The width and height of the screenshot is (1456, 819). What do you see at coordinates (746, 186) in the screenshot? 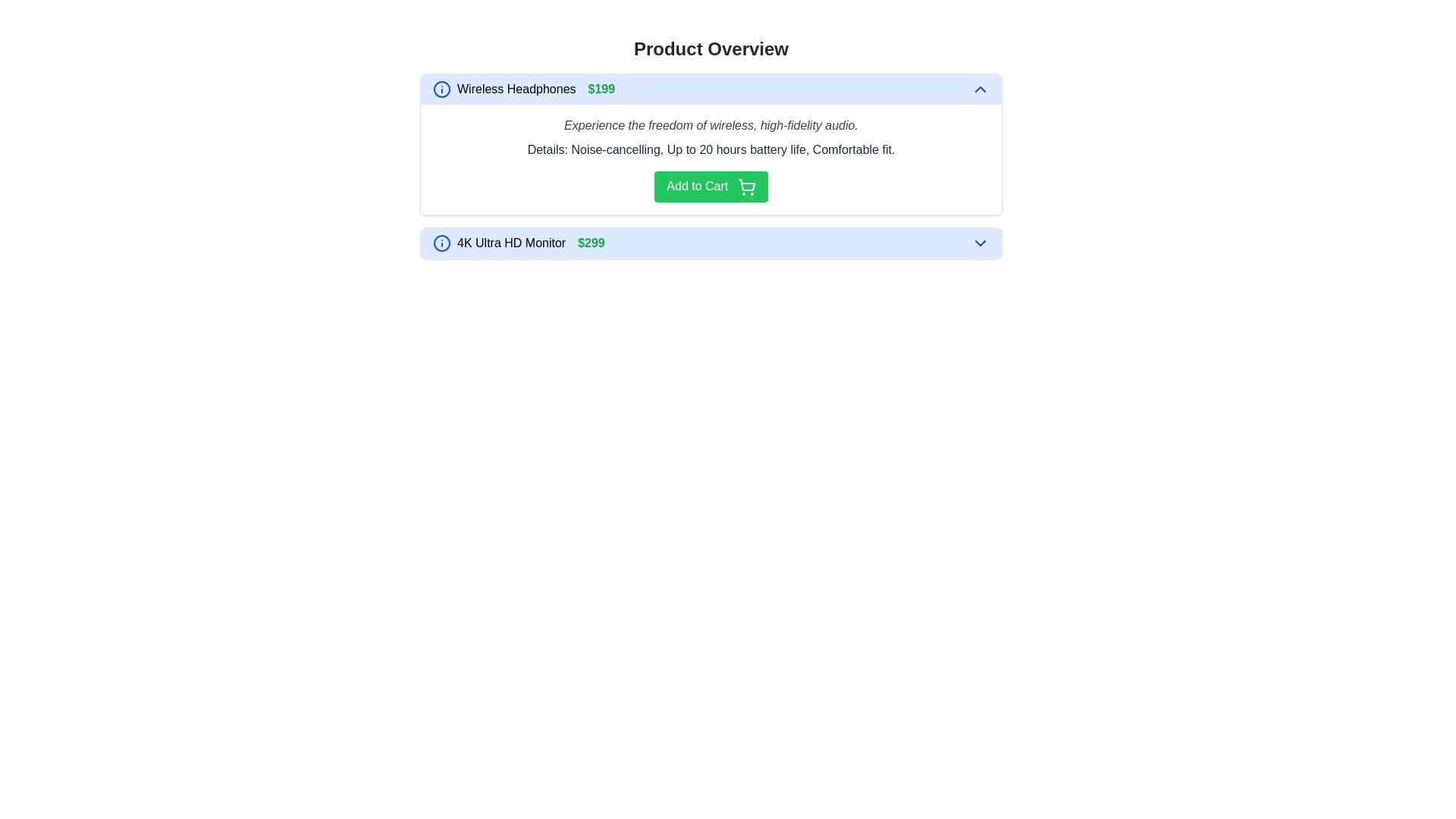
I see `the shopping cart icon located centrally within the 'Add to Cart' button for 'Wireless Headphones', aligned to the right of the button's label text` at bounding box center [746, 186].